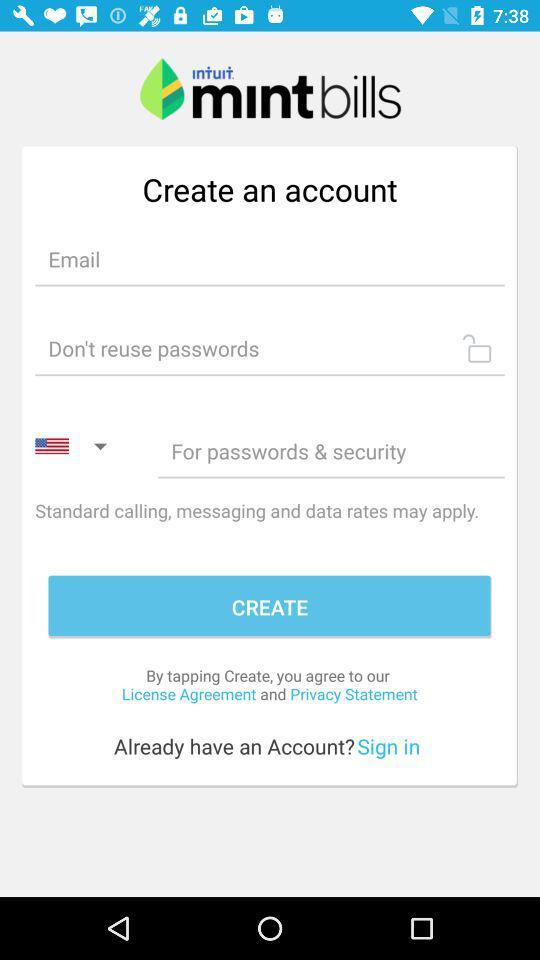 The height and width of the screenshot is (960, 540). Describe the element at coordinates (331, 451) in the screenshot. I see `type password` at that location.